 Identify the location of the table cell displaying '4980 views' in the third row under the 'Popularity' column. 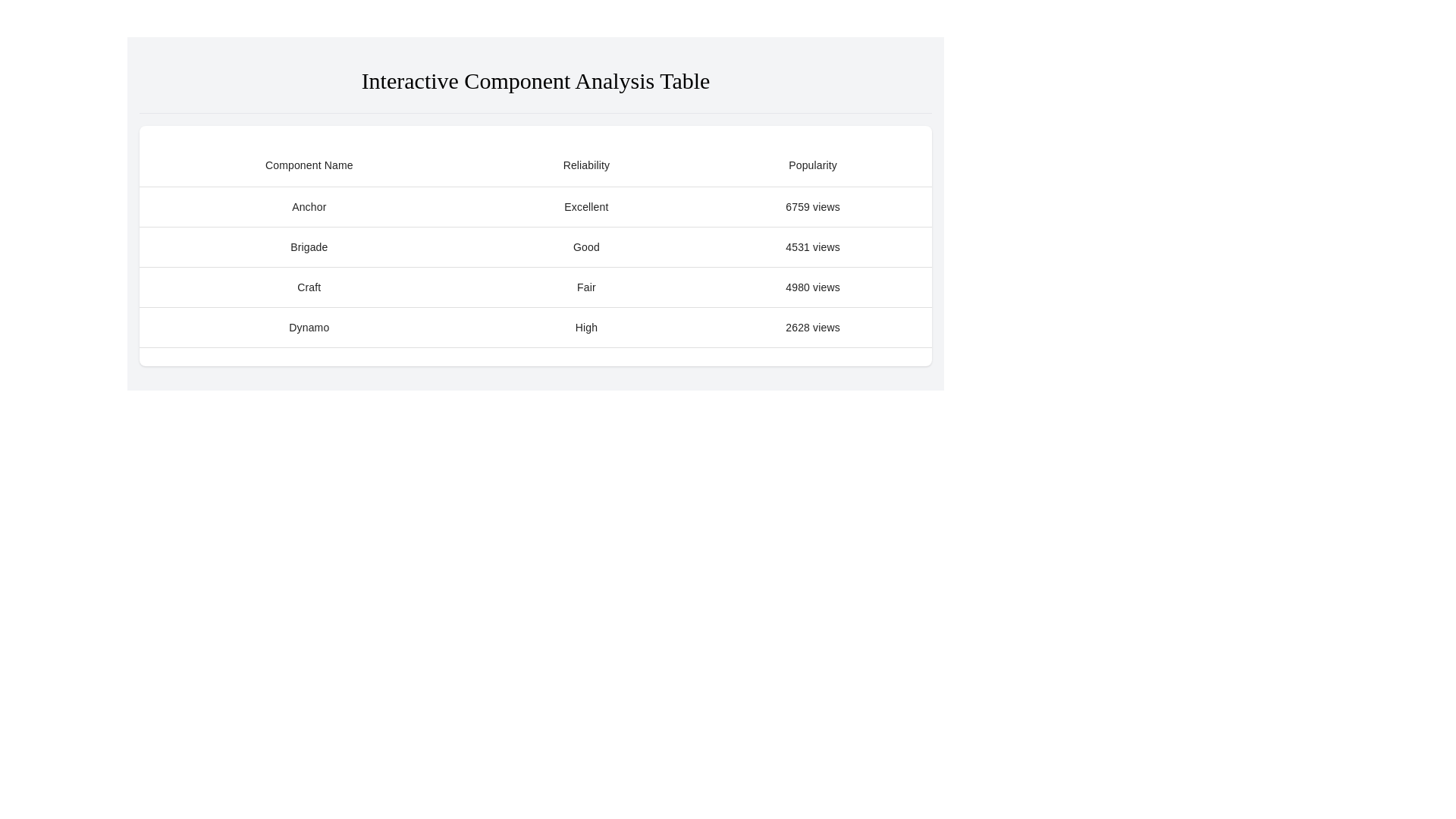
(812, 287).